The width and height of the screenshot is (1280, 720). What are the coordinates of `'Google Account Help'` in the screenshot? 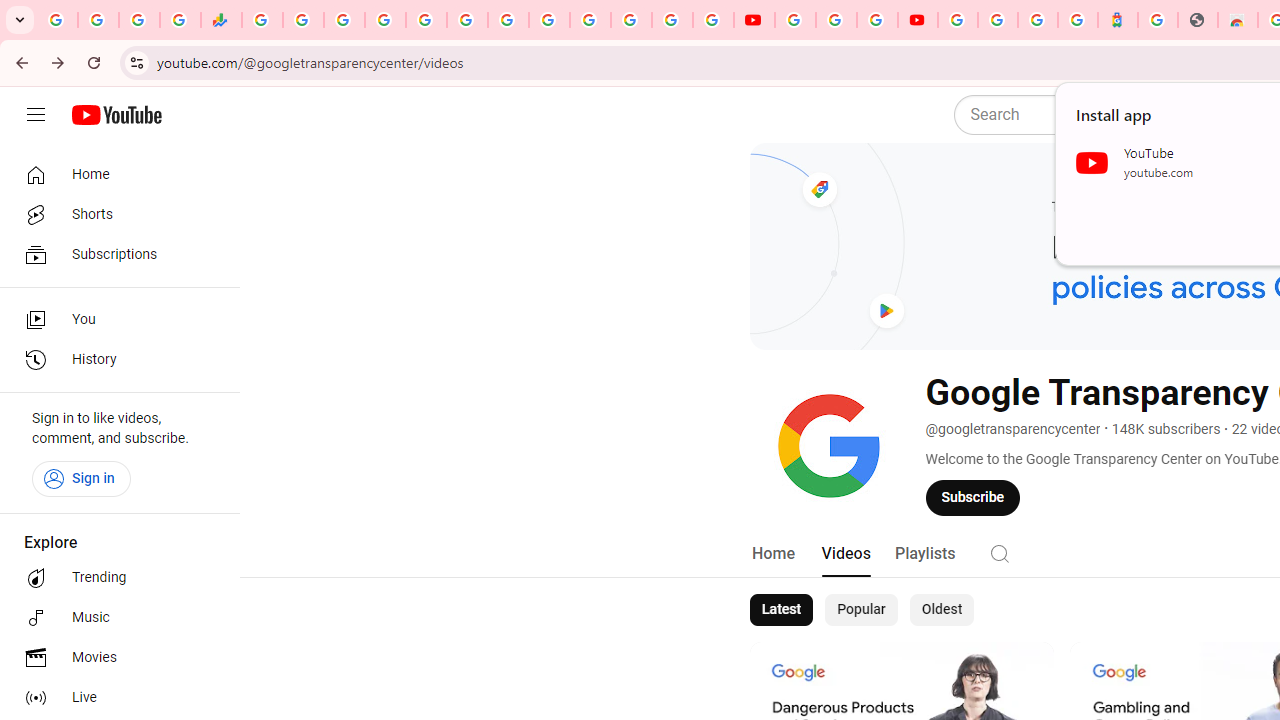 It's located at (836, 20).